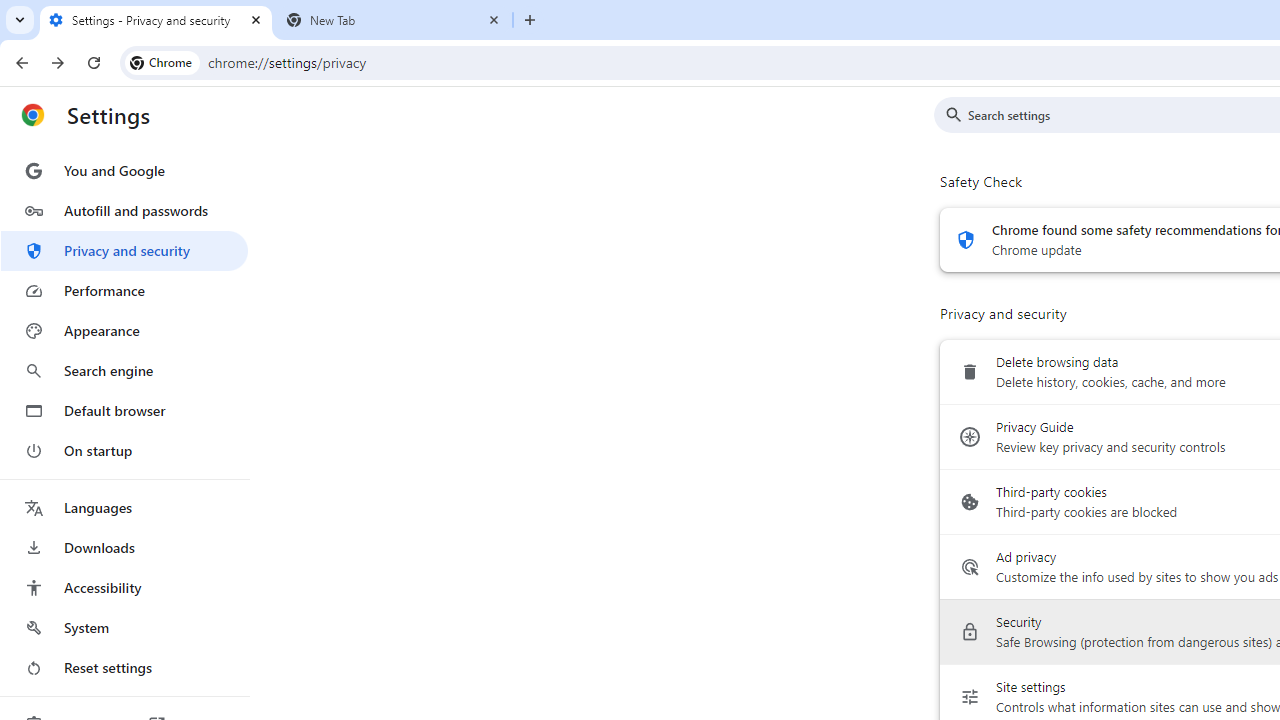 Image resolution: width=1280 pixels, height=720 pixels. What do you see at coordinates (123, 668) in the screenshot?
I see `'Reset settings'` at bounding box center [123, 668].